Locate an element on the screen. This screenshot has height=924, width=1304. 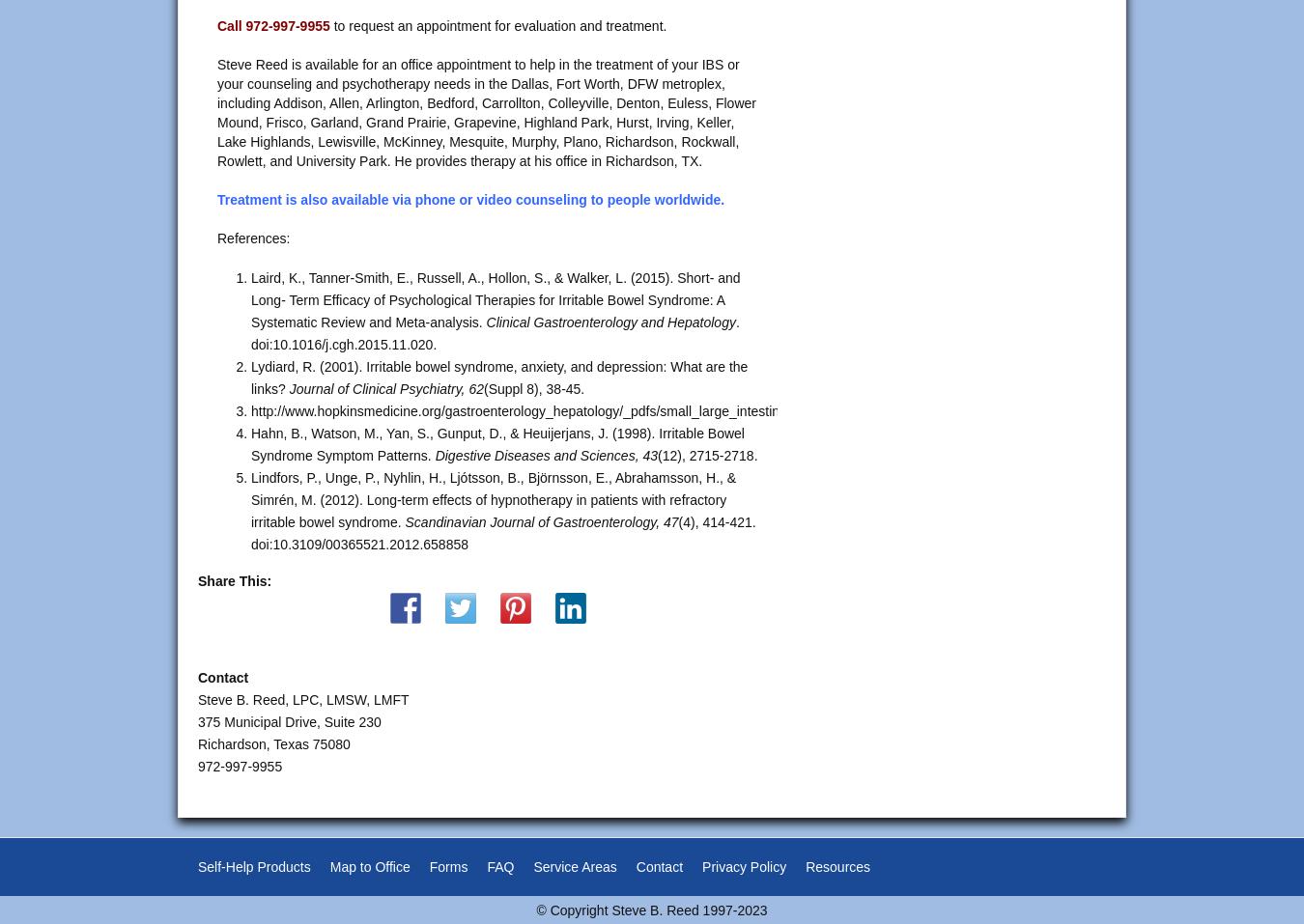
'to request an appointment for evaluation and treatment.' is located at coordinates (496, 24).